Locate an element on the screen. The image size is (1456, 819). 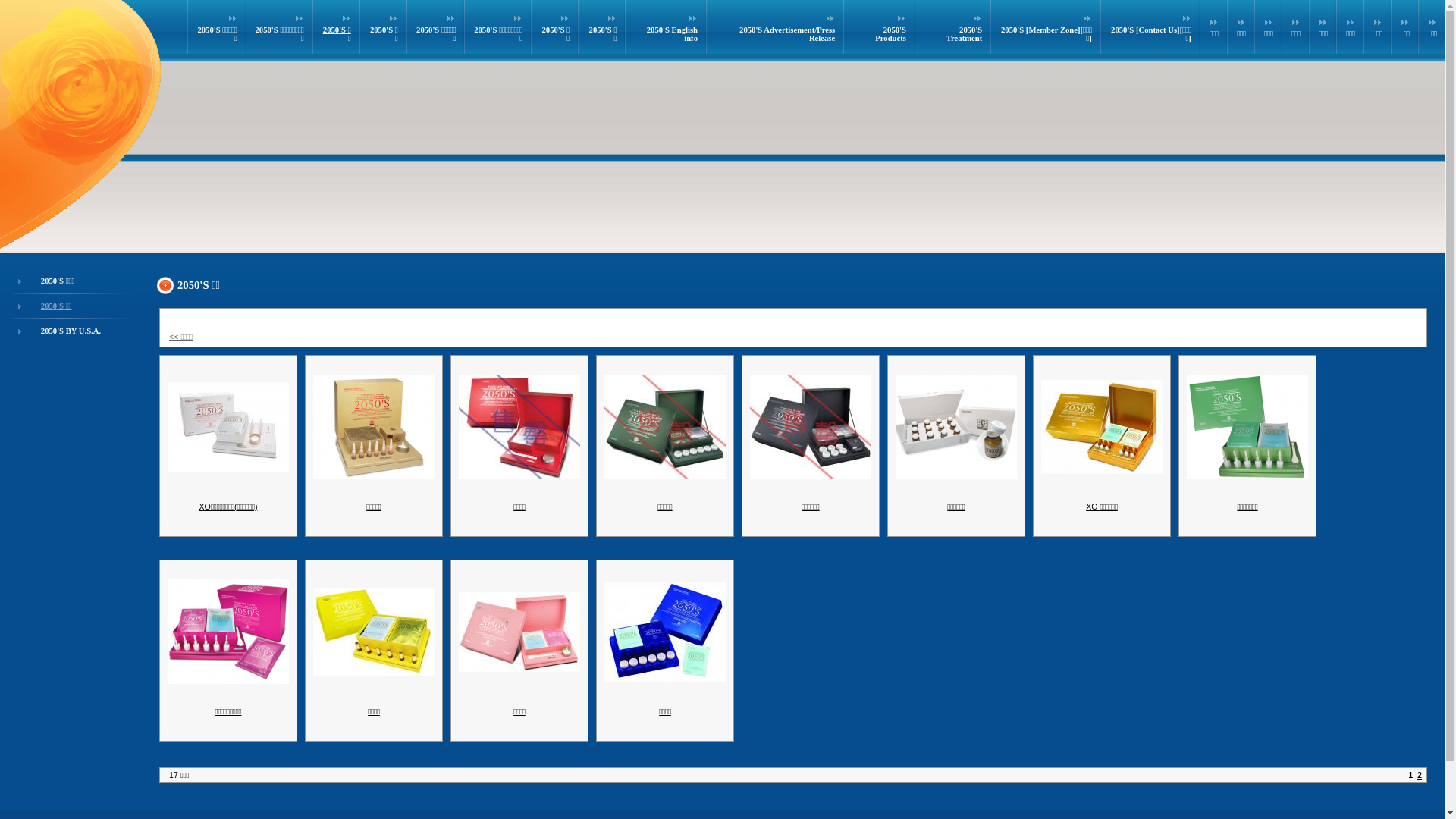
'2050'S BY U.S.A.' is located at coordinates (70, 330).